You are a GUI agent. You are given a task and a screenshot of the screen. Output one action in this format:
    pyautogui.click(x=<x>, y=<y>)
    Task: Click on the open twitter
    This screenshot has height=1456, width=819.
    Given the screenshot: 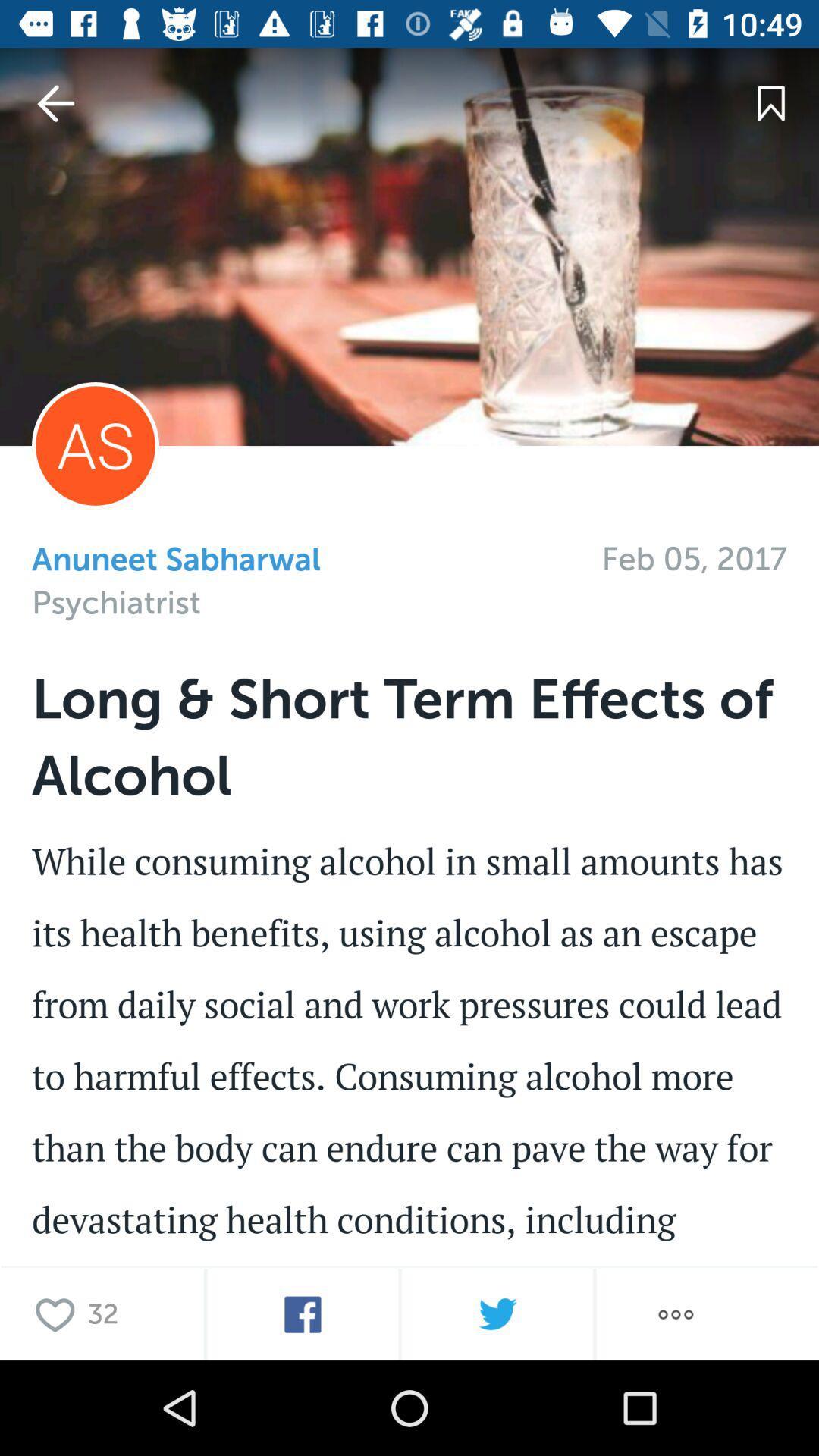 What is the action you would take?
    pyautogui.click(x=497, y=1313)
    